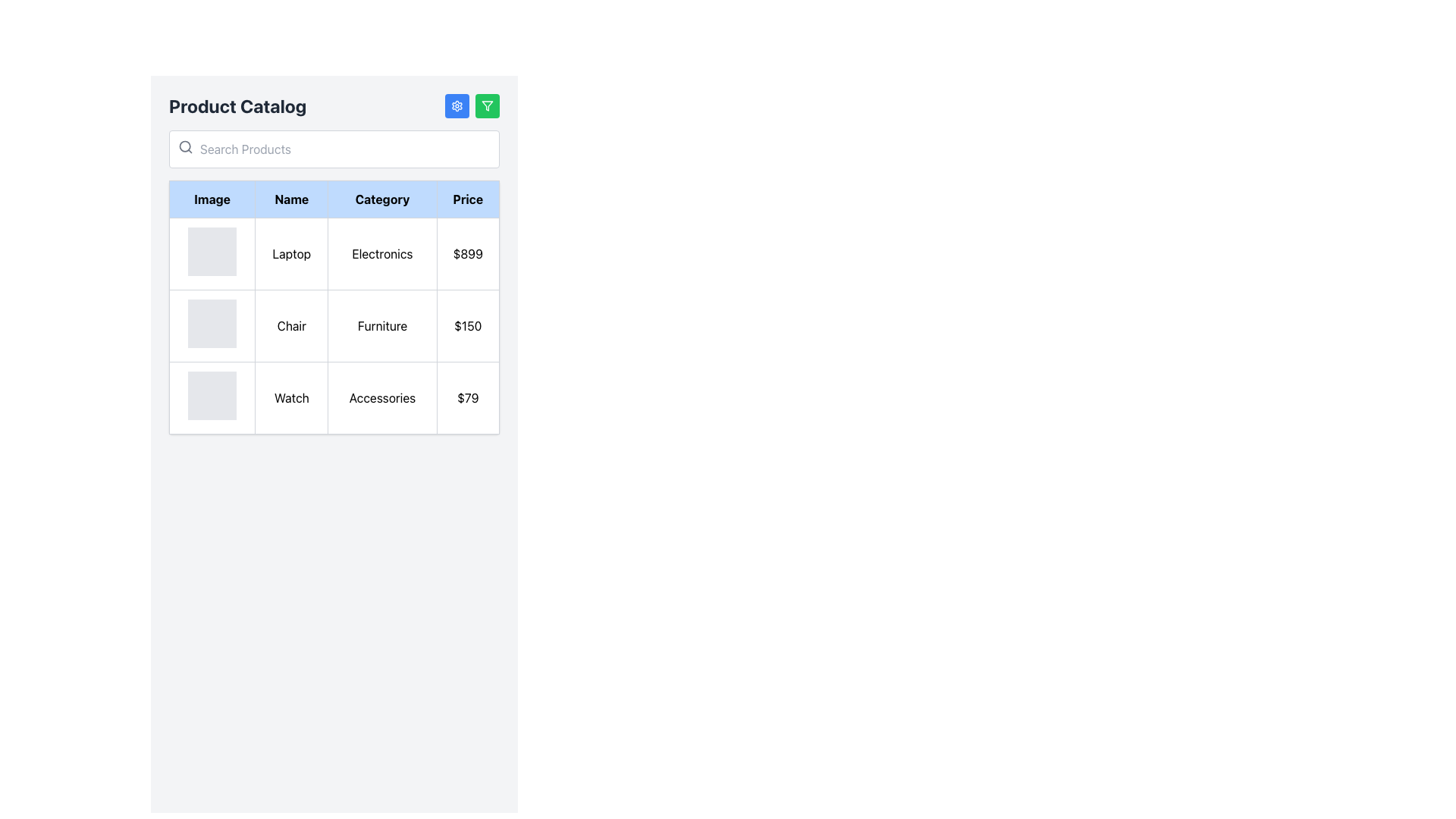 The image size is (1456, 819). Describe the element at coordinates (457, 105) in the screenshot. I see `the settings icon located in the top-right corner of the interface, which is part of a clickable button with a blue background and round corners` at that location.